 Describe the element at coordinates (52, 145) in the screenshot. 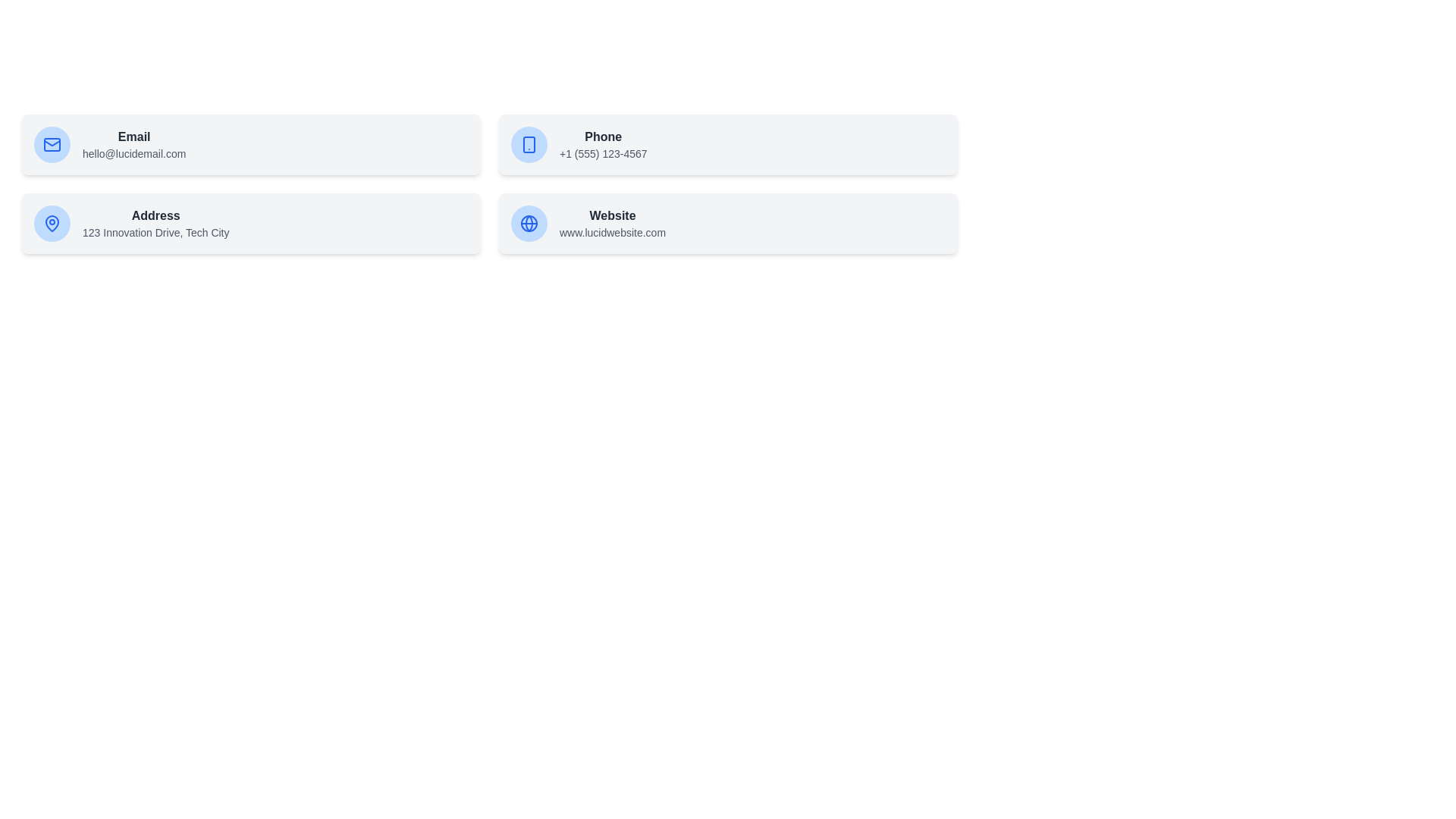

I see `the SVG element representing the email icon, which is located to the left of the 'Email' label and the email address text, to interact with it` at that location.